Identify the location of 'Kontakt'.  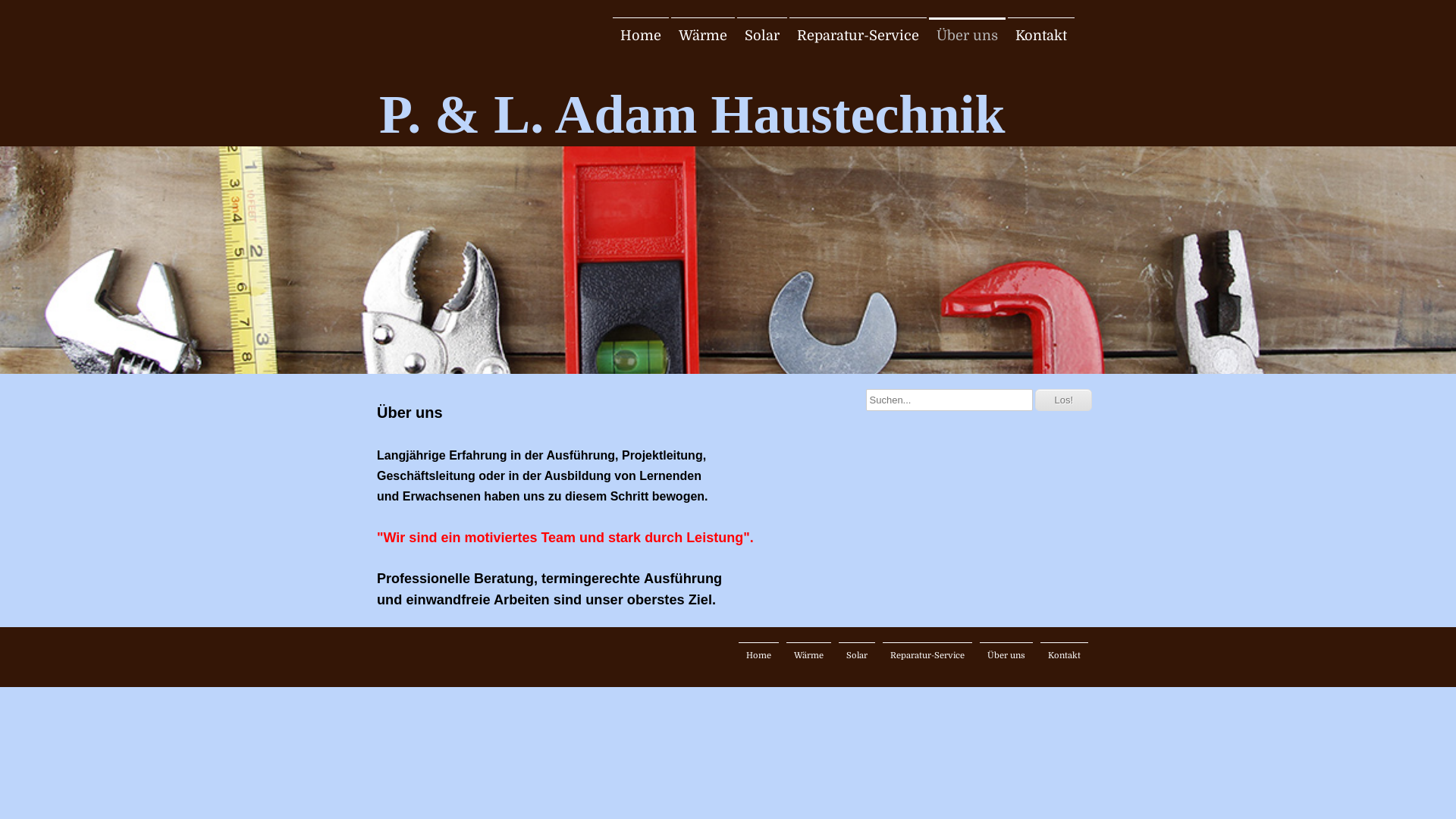
(1040, 34).